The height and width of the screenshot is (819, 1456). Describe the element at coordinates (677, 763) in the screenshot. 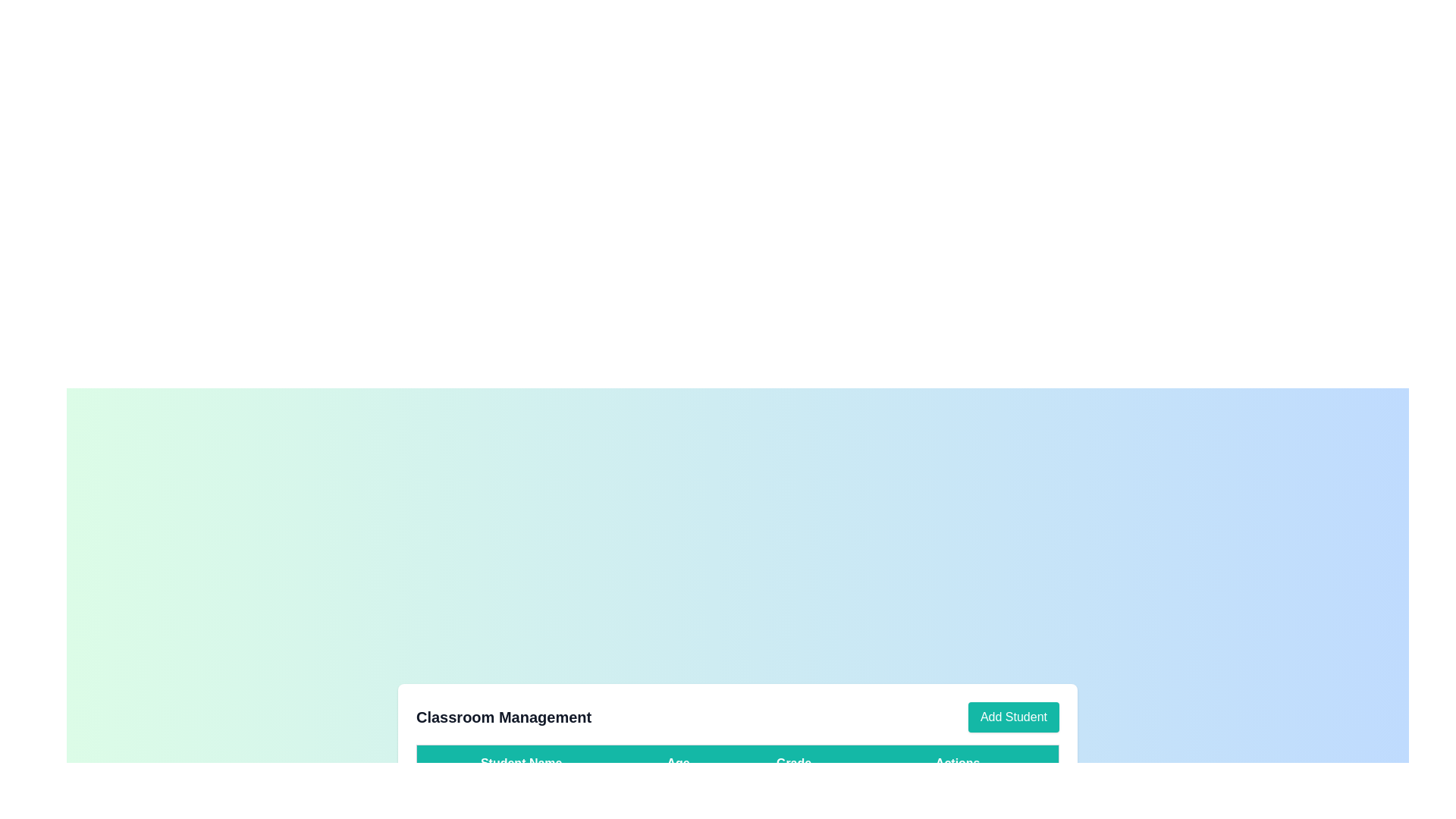

I see `the 'Age' text label in the table header, which is the second cell in a row of four cells, indicating the data category of the corresponding column` at that location.